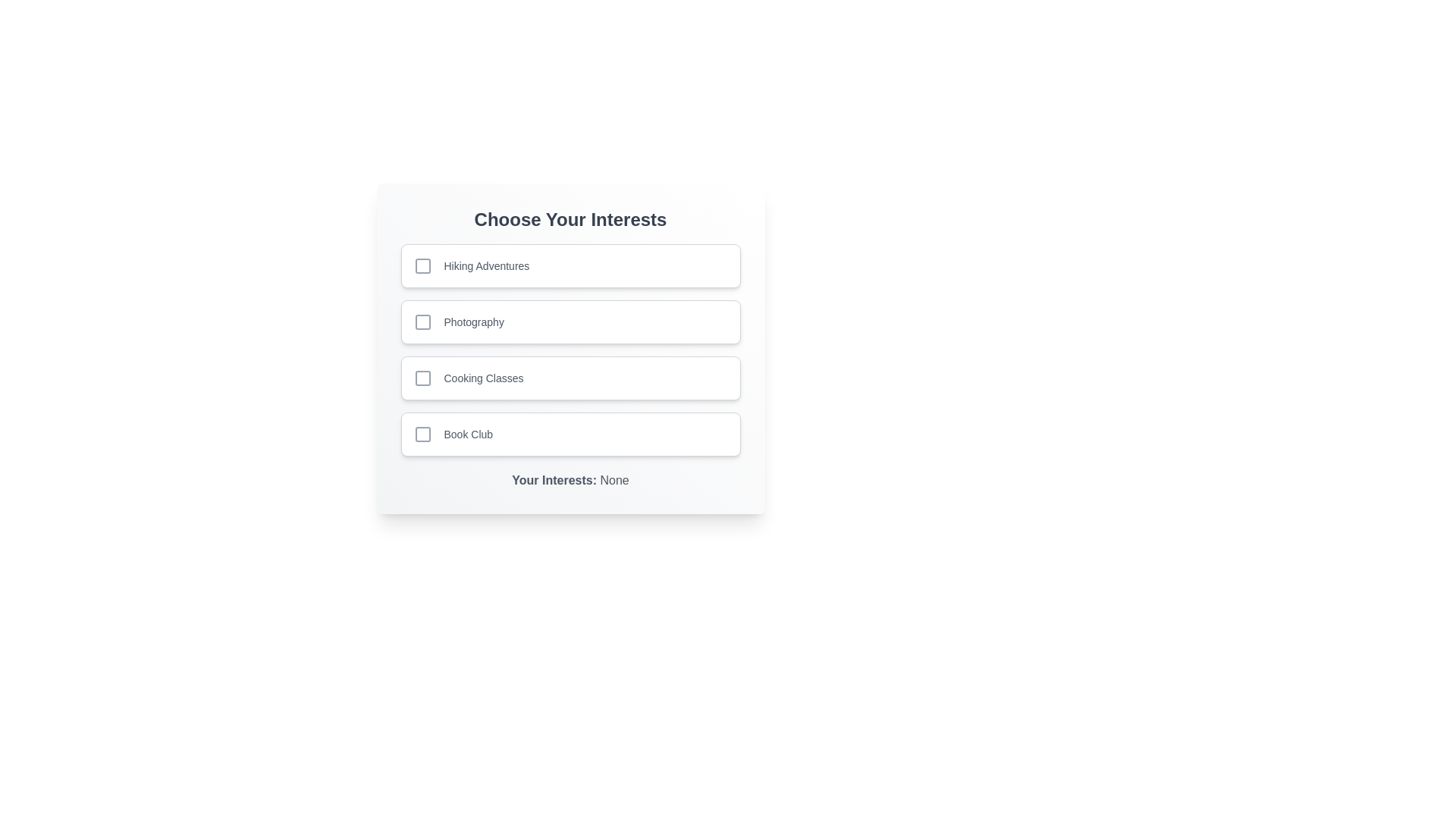 Image resolution: width=1456 pixels, height=819 pixels. Describe the element at coordinates (422, 321) in the screenshot. I see `the checkbox icon located` at that location.